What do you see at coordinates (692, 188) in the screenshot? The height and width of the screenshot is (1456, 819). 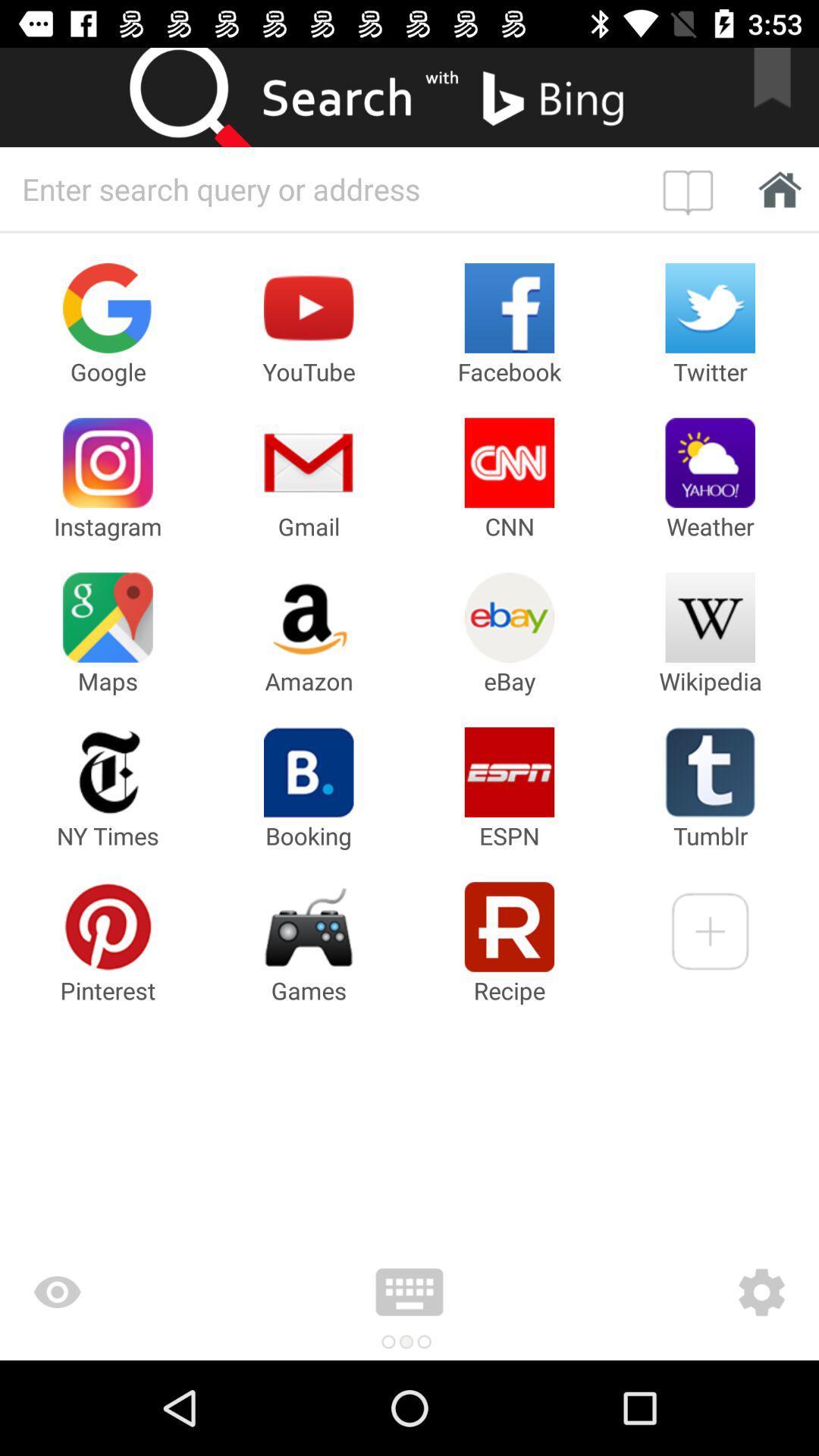 I see `open bookmark` at bounding box center [692, 188].